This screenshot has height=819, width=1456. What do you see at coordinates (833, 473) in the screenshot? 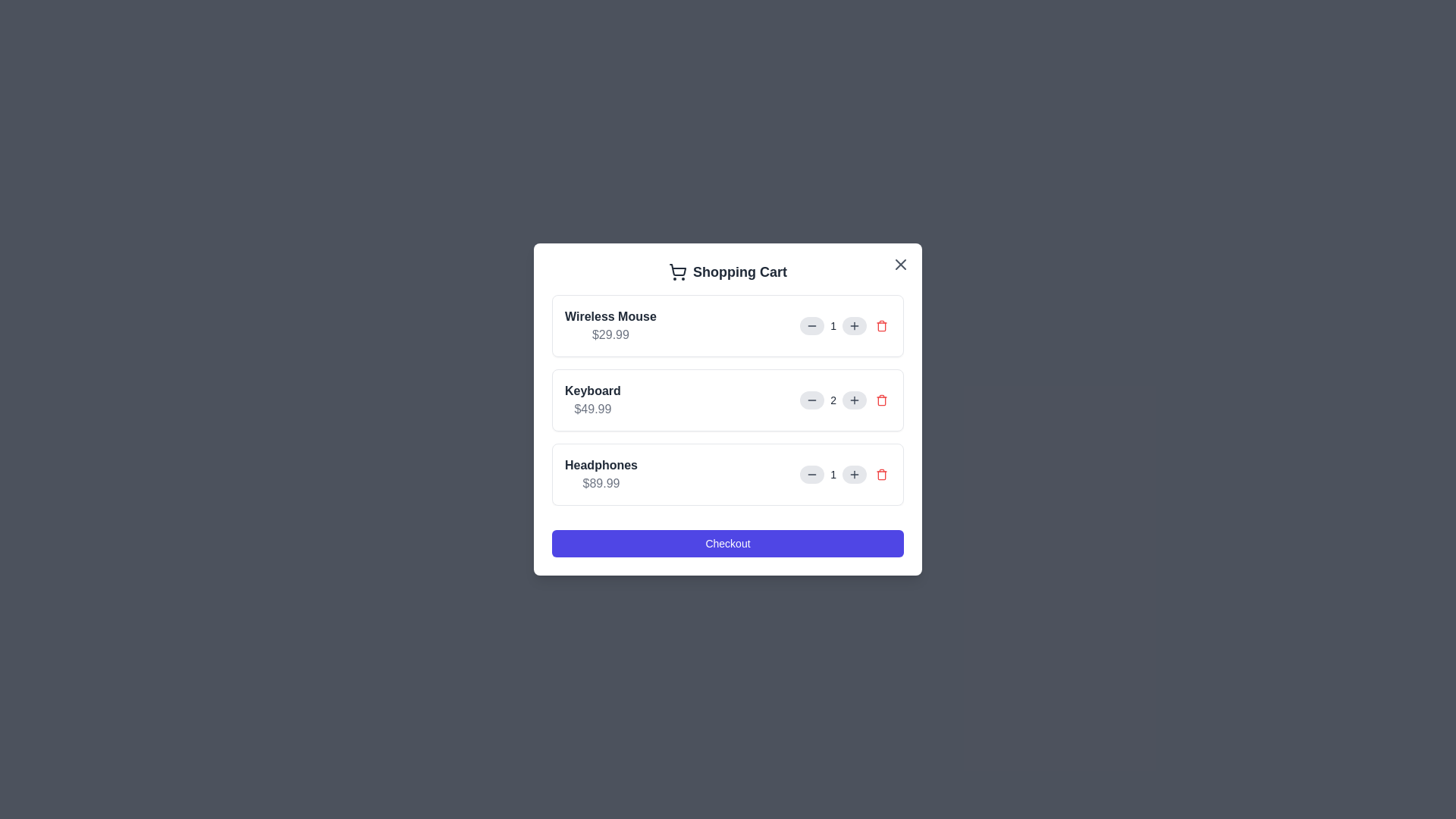
I see `the current quantity displayed in the third text label of the quantity adjustment panel, located between the decrement button and the increment button for the second item in the list` at bounding box center [833, 473].